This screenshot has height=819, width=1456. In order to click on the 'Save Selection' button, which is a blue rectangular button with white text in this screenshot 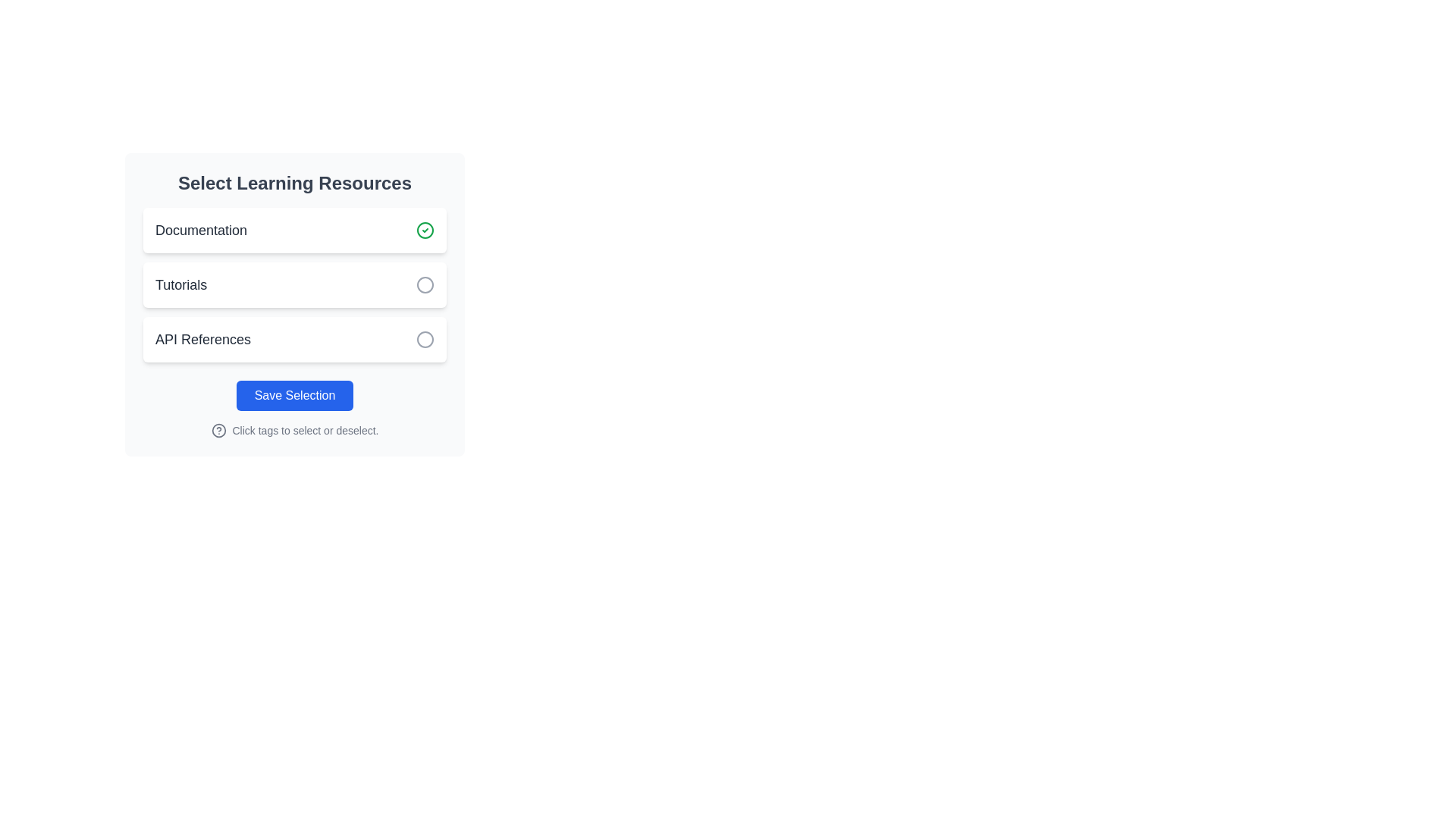, I will do `click(294, 394)`.